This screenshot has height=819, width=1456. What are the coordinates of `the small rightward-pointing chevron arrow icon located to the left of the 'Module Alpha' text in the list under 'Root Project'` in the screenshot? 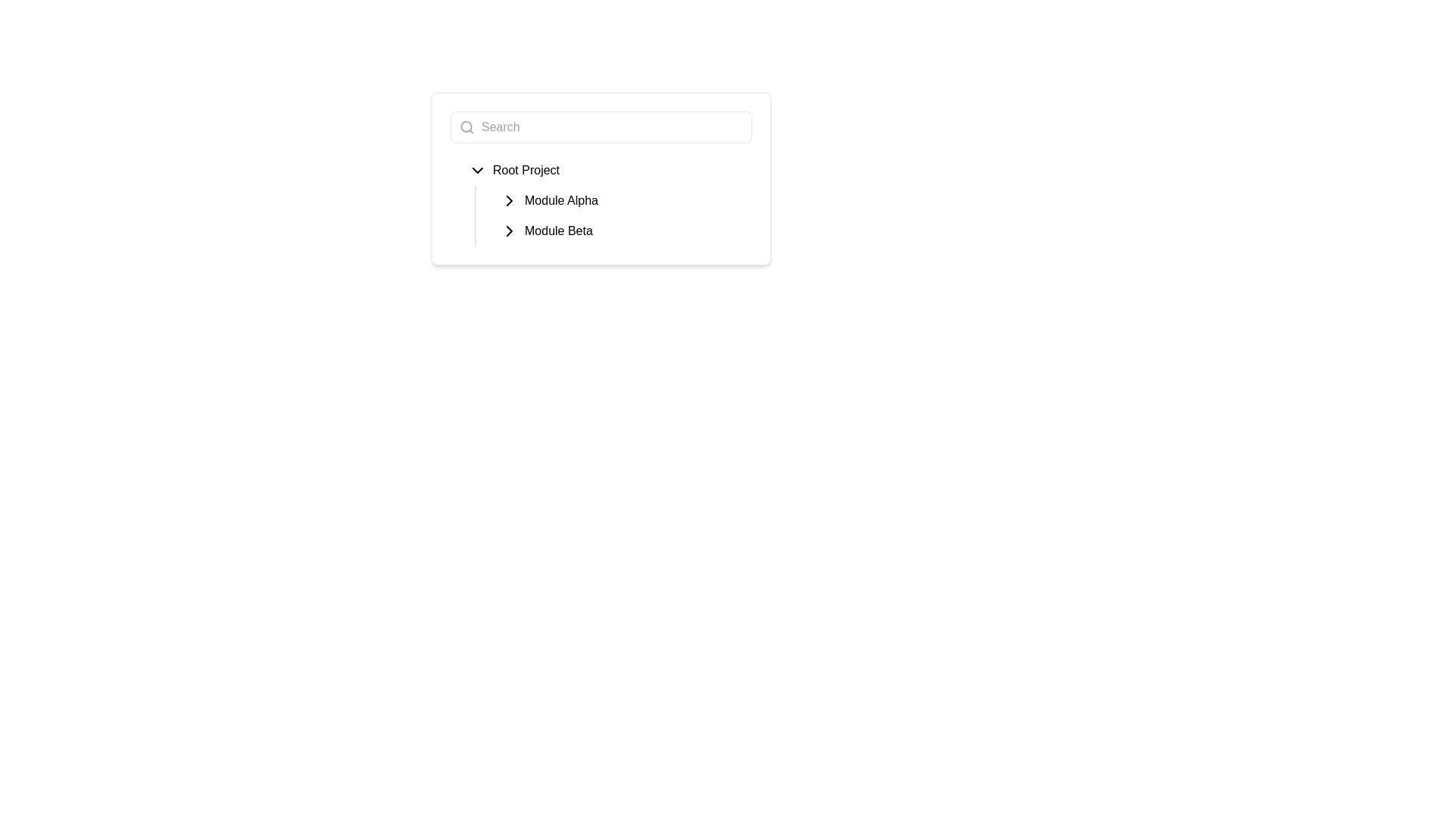 It's located at (510, 200).